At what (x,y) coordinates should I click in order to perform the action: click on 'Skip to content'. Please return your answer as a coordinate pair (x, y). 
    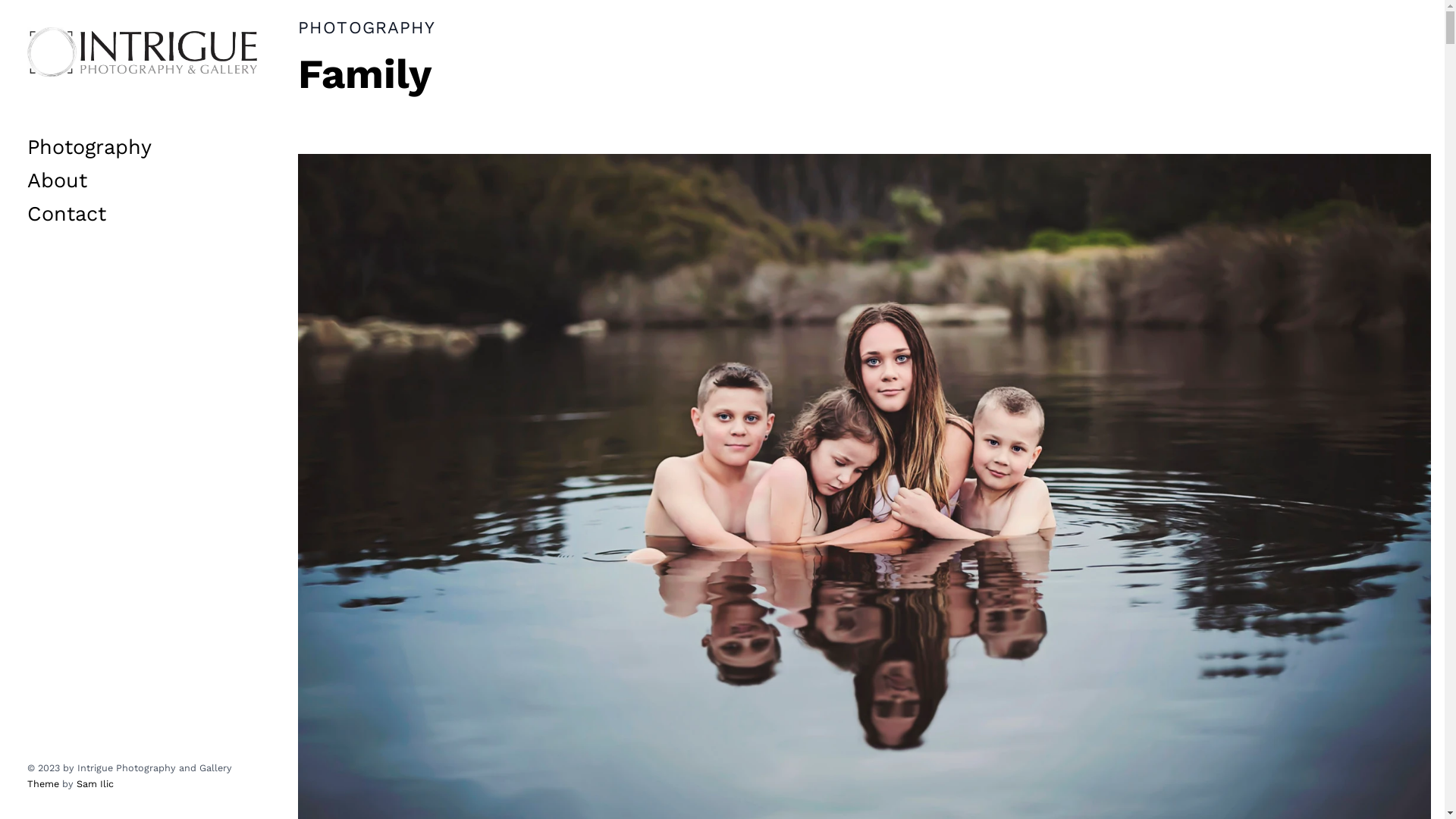
    Looking at the image, I should click on (54, 52).